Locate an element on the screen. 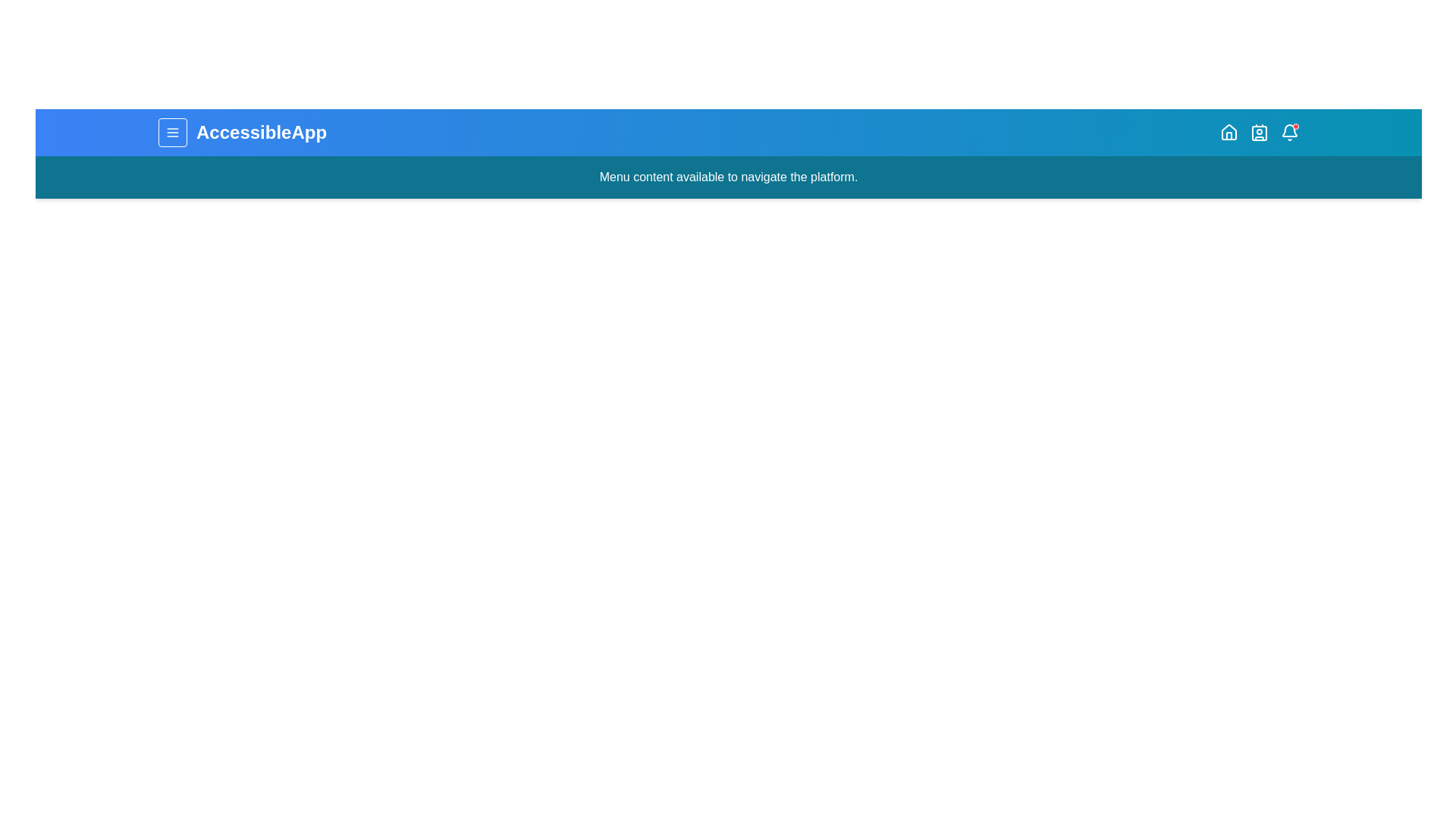  the Home icon to navigate to the home page is located at coordinates (1229, 131).